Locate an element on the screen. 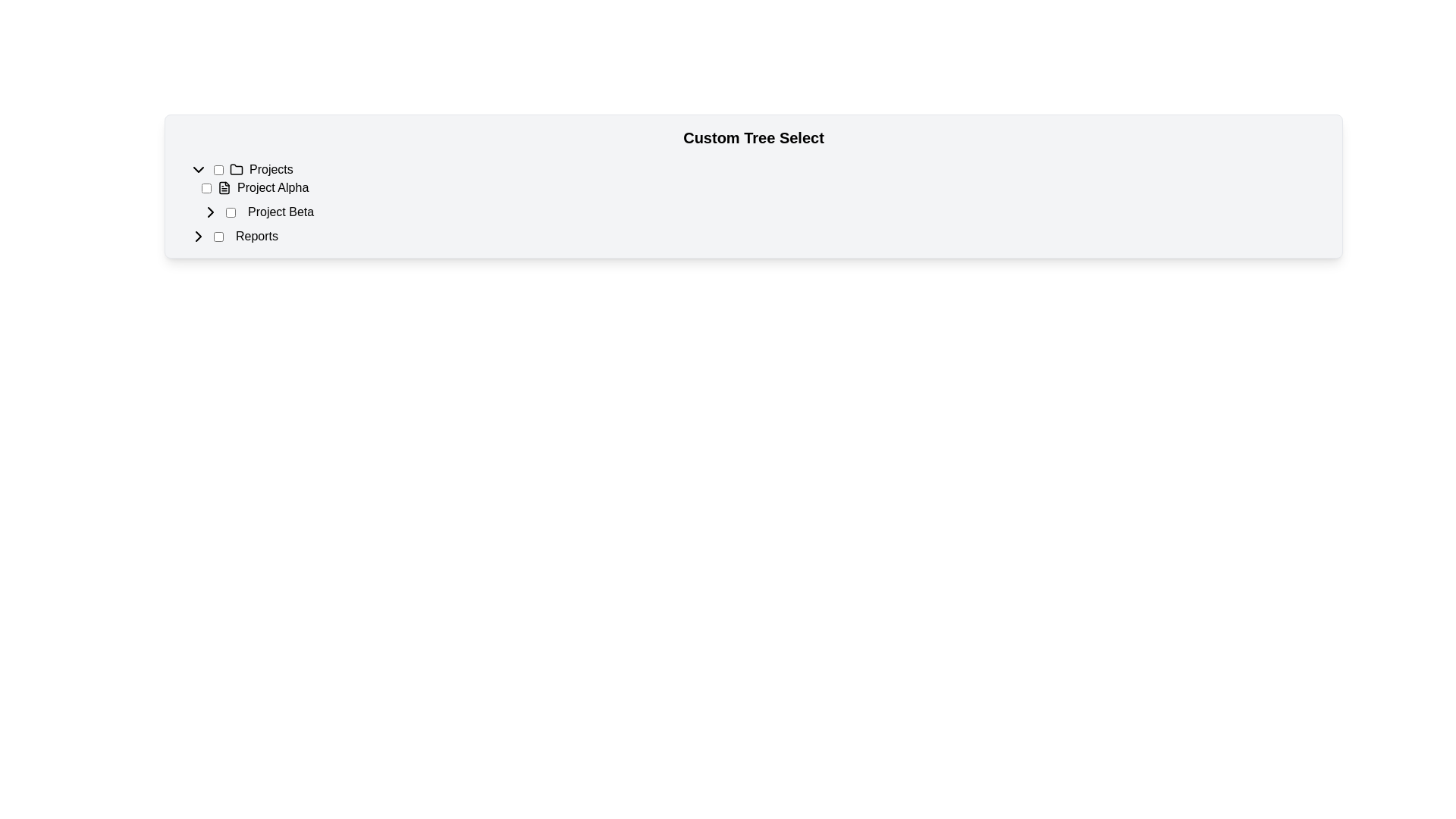 The image size is (1456, 819). the expandable or collapsible button located to the left of the 'Reports' label in the hierarchical tree display is located at coordinates (198, 237).